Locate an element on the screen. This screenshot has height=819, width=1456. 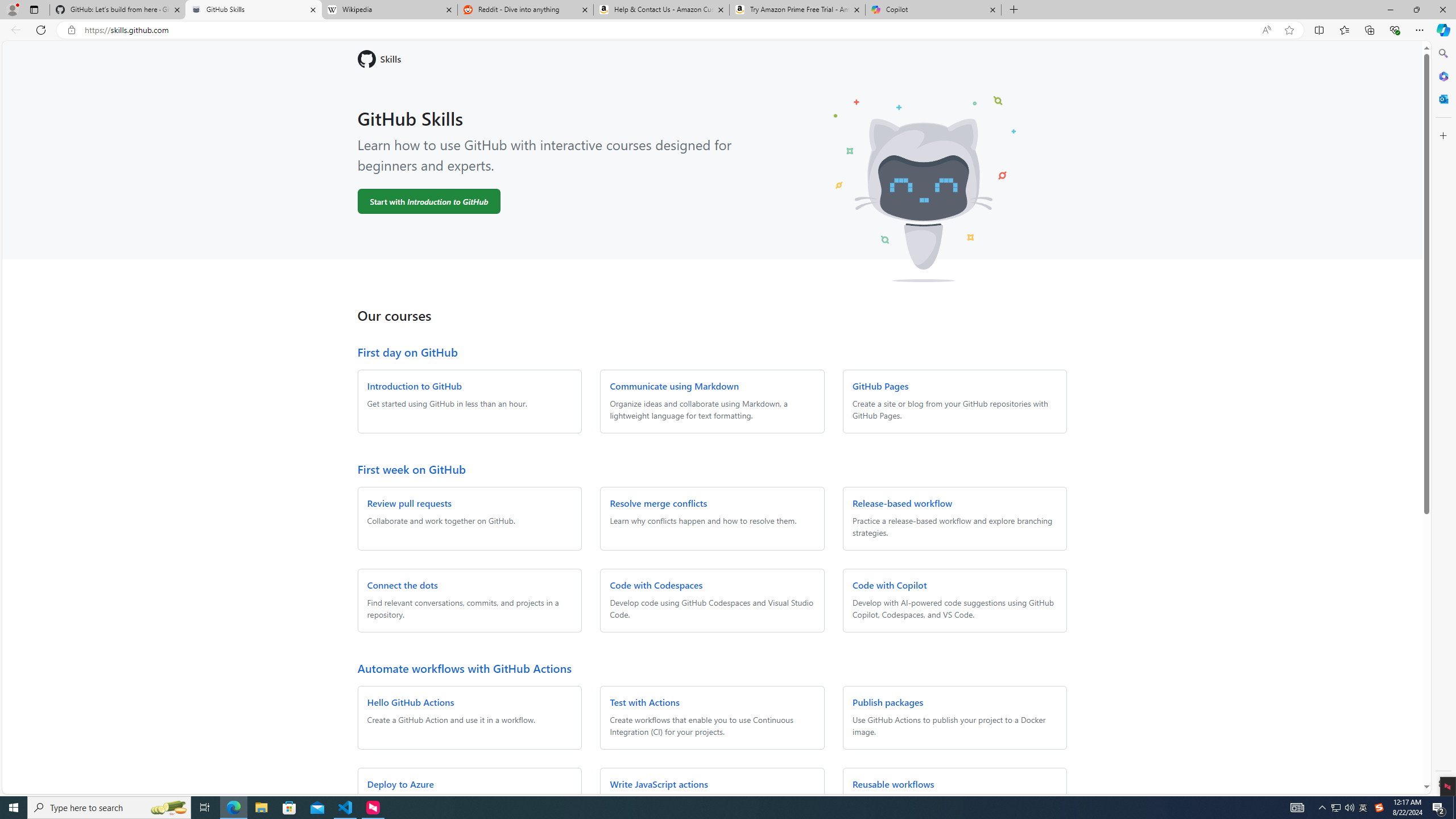
'Automate workflows with GitHub Actions' is located at coordinates (464, 667).